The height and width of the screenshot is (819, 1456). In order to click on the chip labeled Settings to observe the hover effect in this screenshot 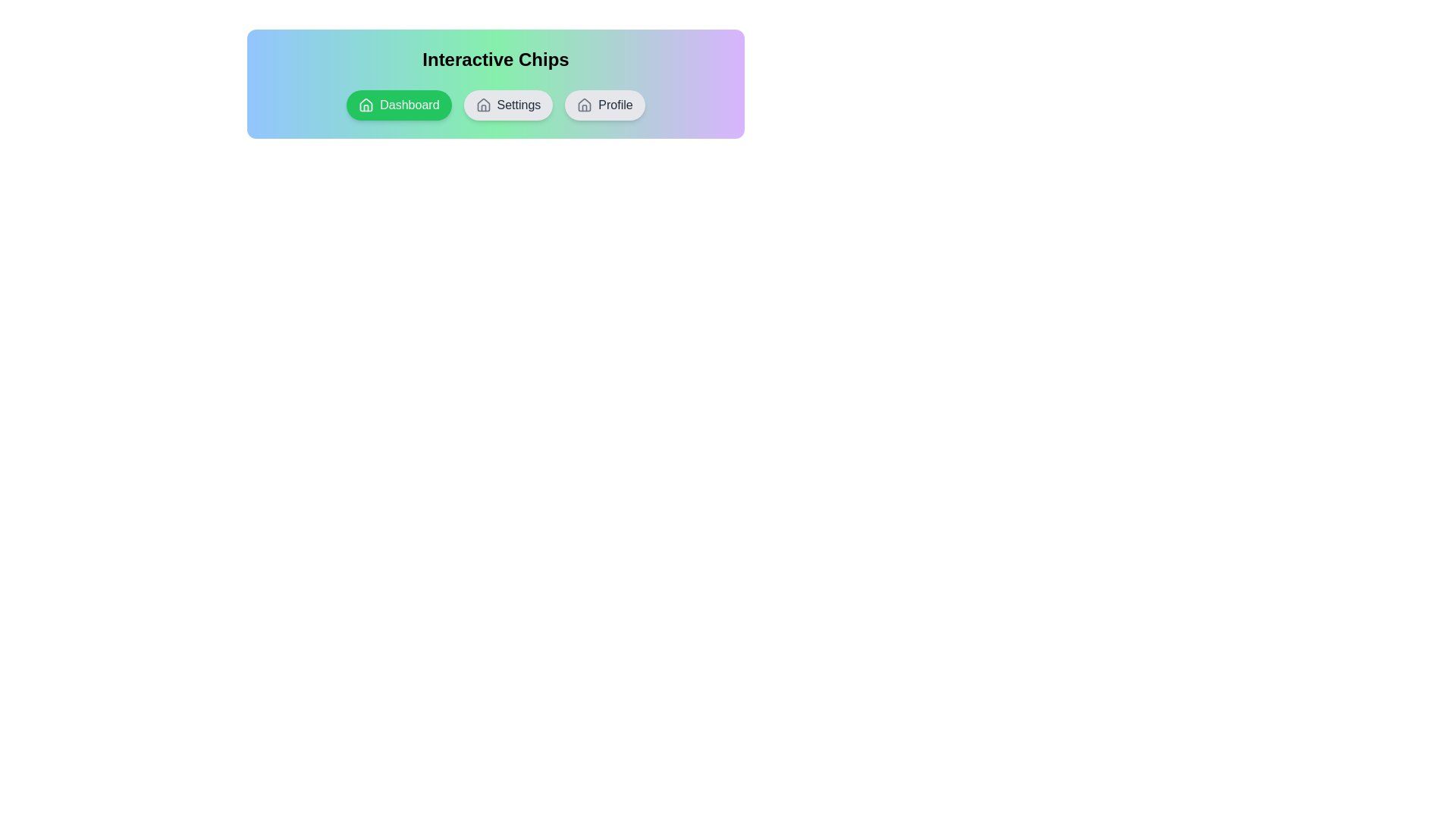, I will do `click(508, 104)`.